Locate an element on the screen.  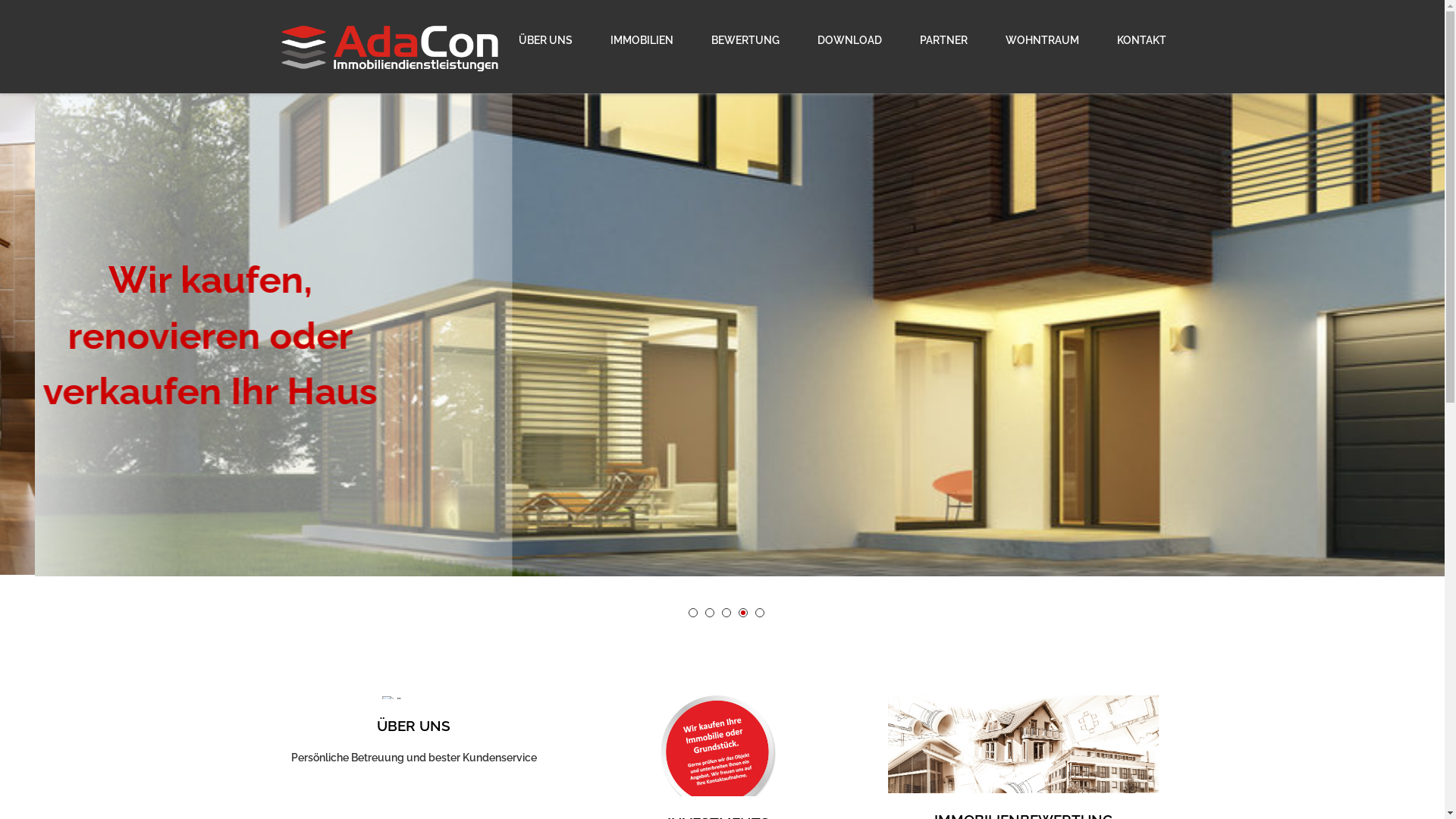
'4' is located at coordinates (742, 611).